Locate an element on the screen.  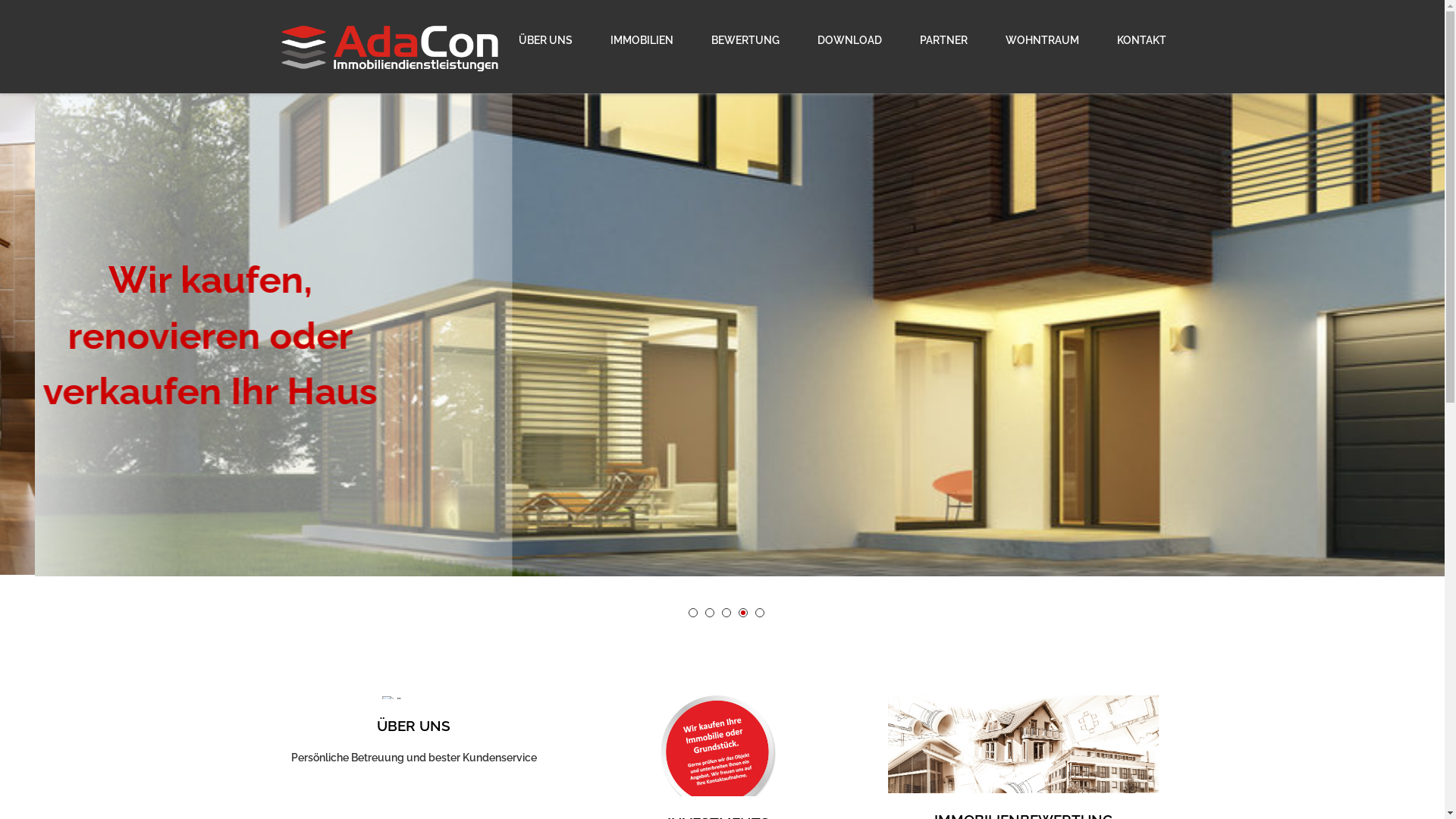
'4' is located at coordinates (742, 611).